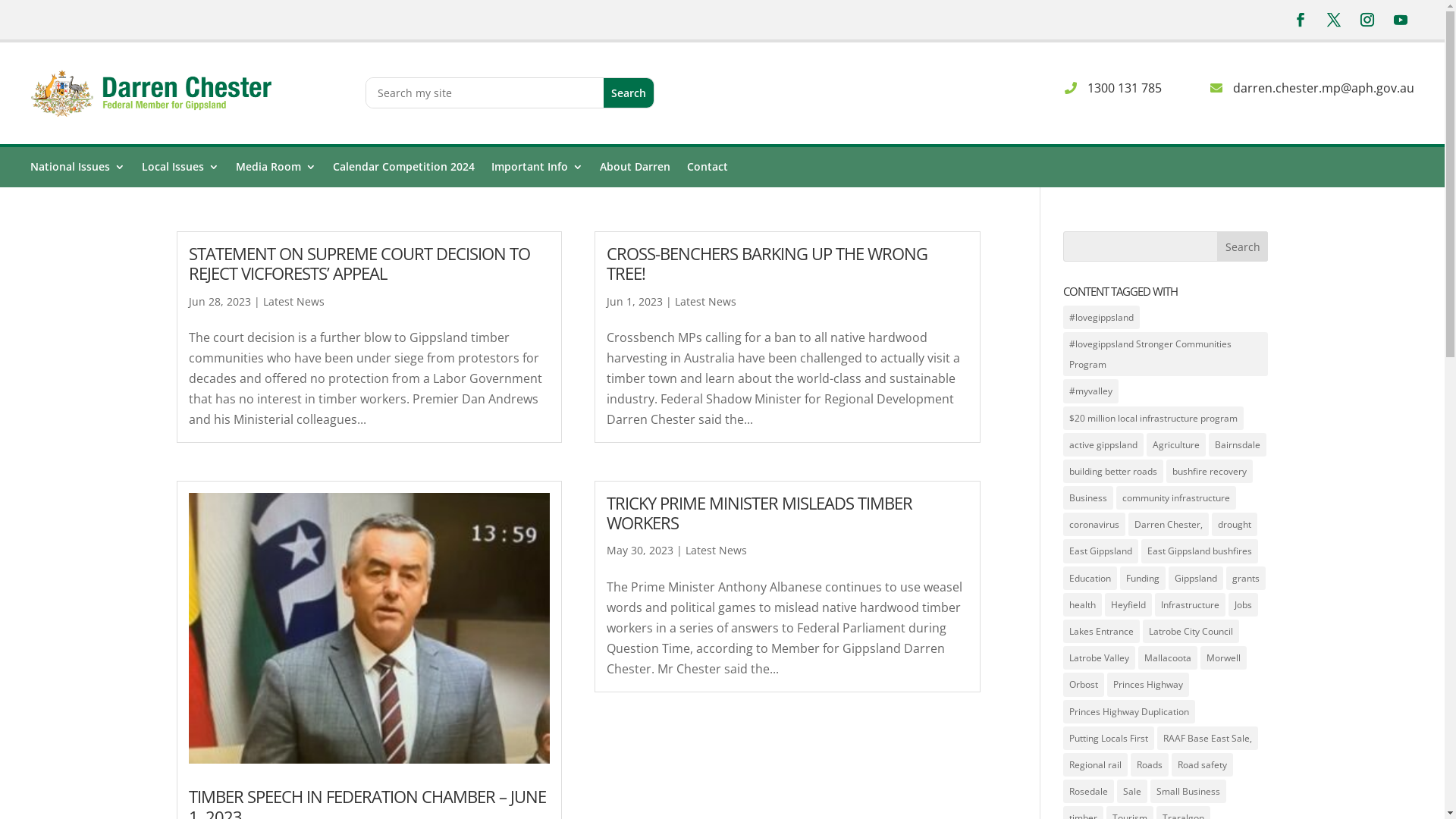 The height and width of the screenshot is (819, 1456). Describe the element at coordinates (77, 169) in the screenshot. I see `'National Issues'` at that location.